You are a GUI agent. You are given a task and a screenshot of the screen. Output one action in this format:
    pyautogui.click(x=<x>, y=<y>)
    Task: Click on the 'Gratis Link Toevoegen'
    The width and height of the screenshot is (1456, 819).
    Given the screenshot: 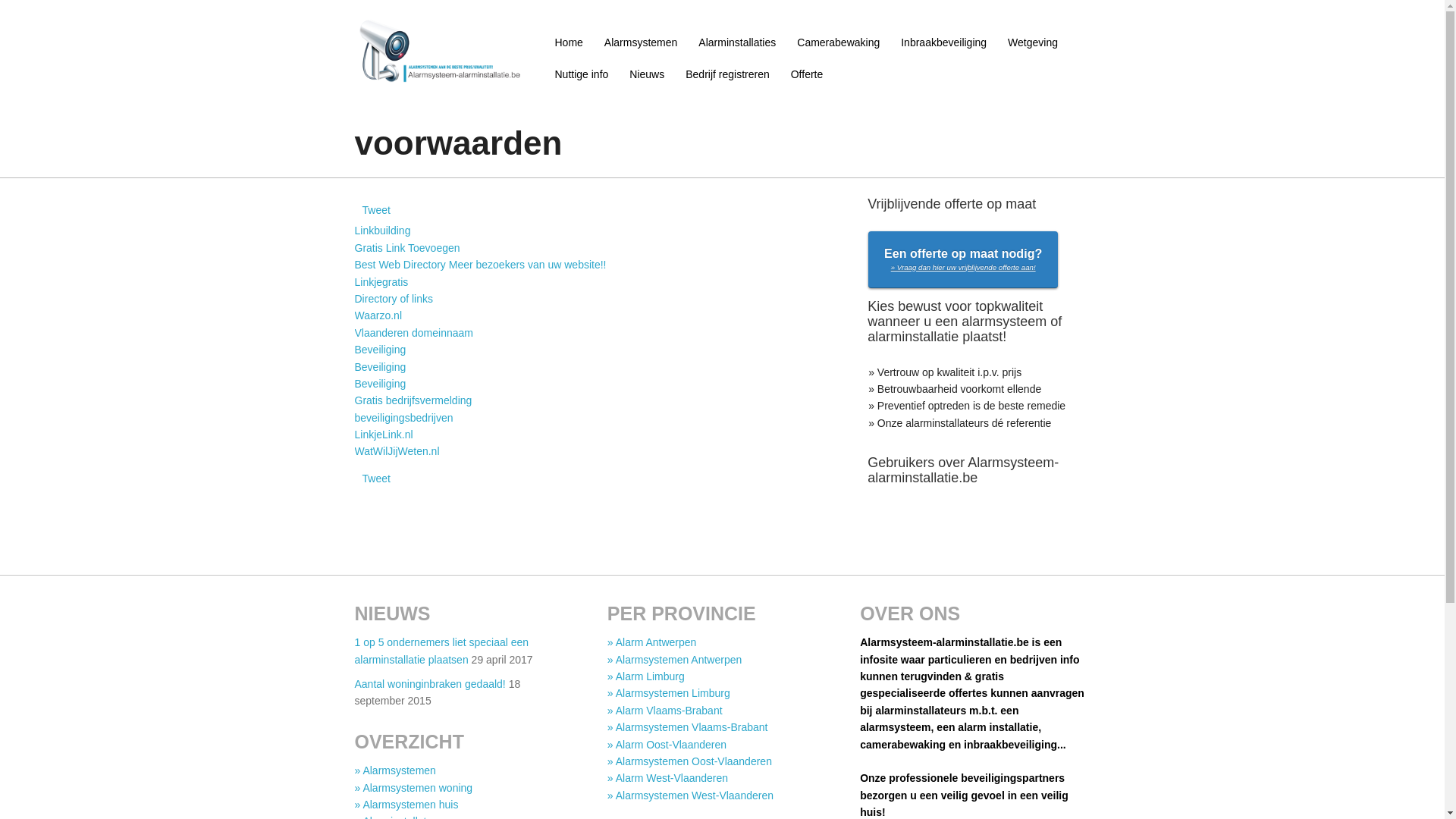 What is the action you would take?
    pyautogui.click(x=407, y=247)
    